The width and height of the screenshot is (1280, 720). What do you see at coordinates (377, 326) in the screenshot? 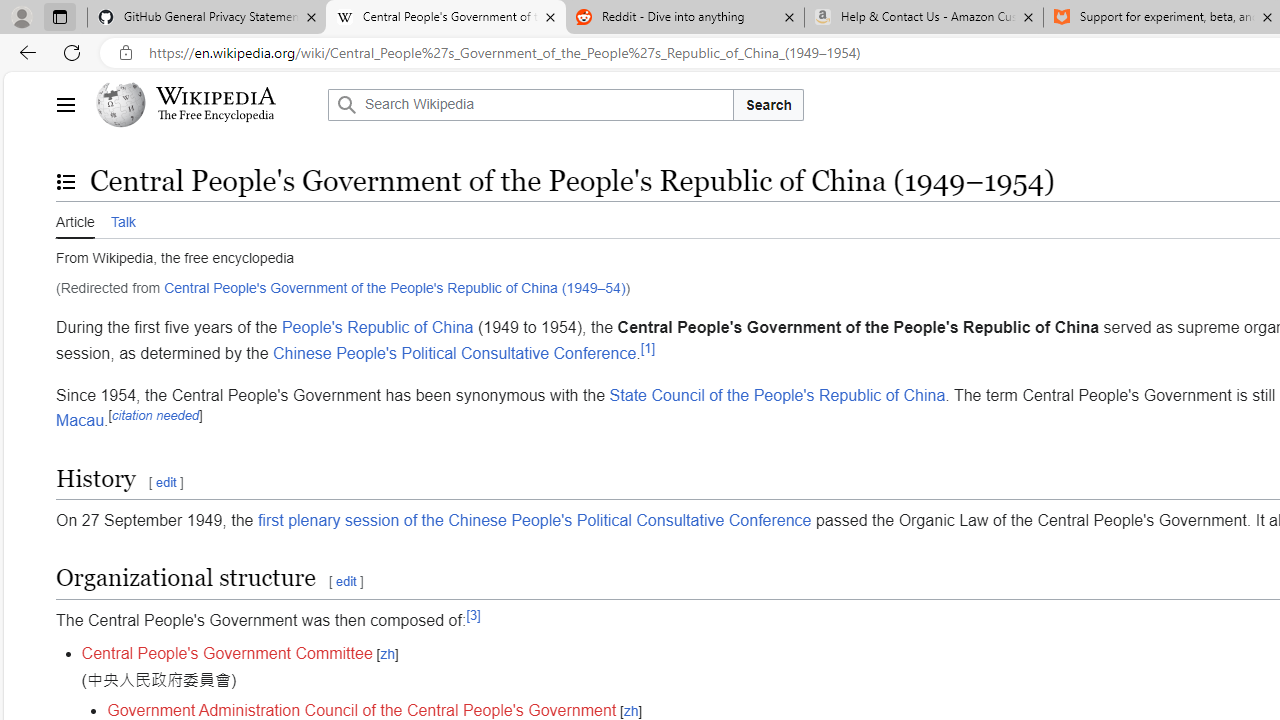
I see `'People'` at bounding box center [377, 326].